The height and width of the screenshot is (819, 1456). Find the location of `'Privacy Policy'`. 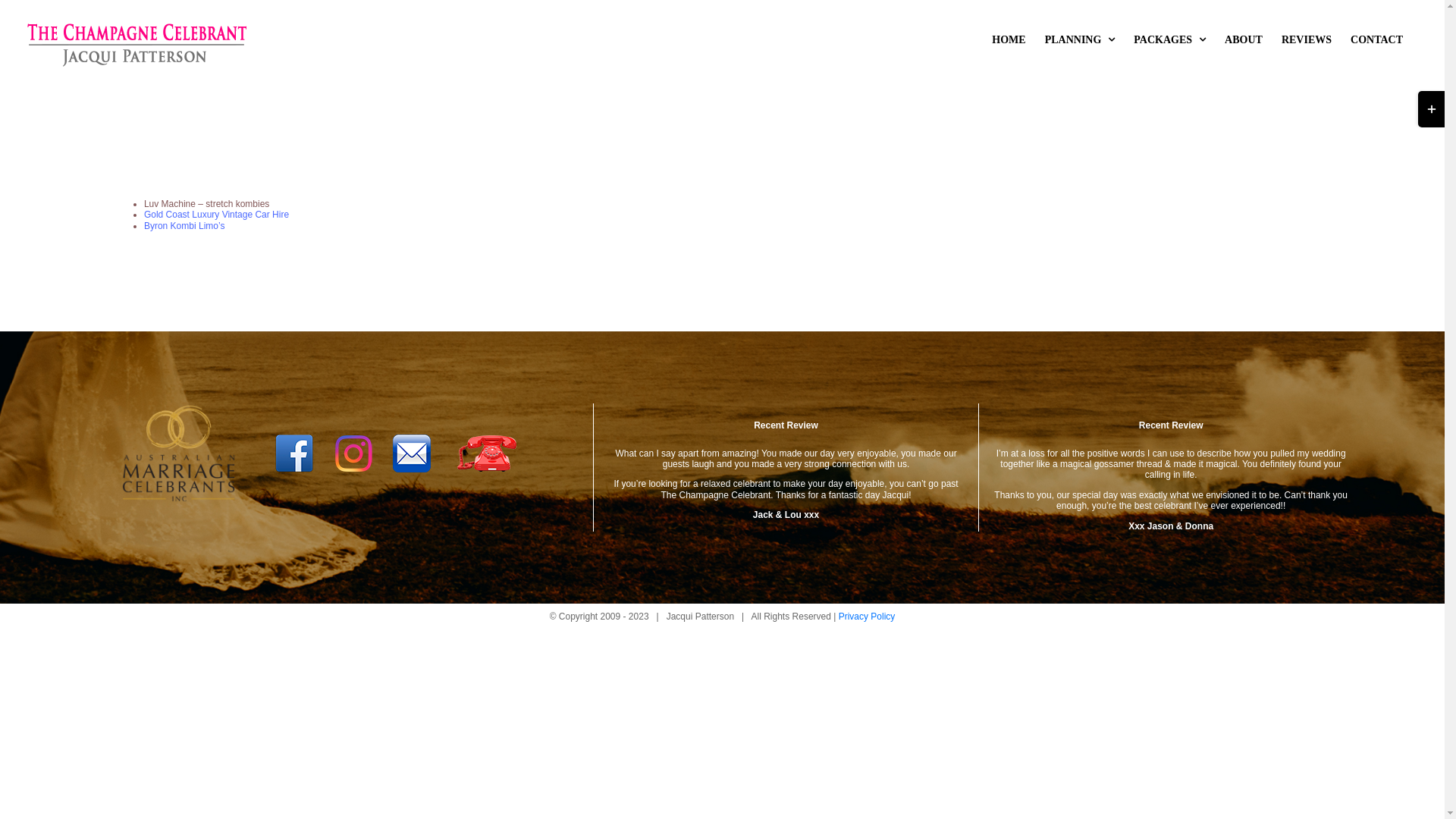

'Privacy Policy' is located at coordinates (867, 617).